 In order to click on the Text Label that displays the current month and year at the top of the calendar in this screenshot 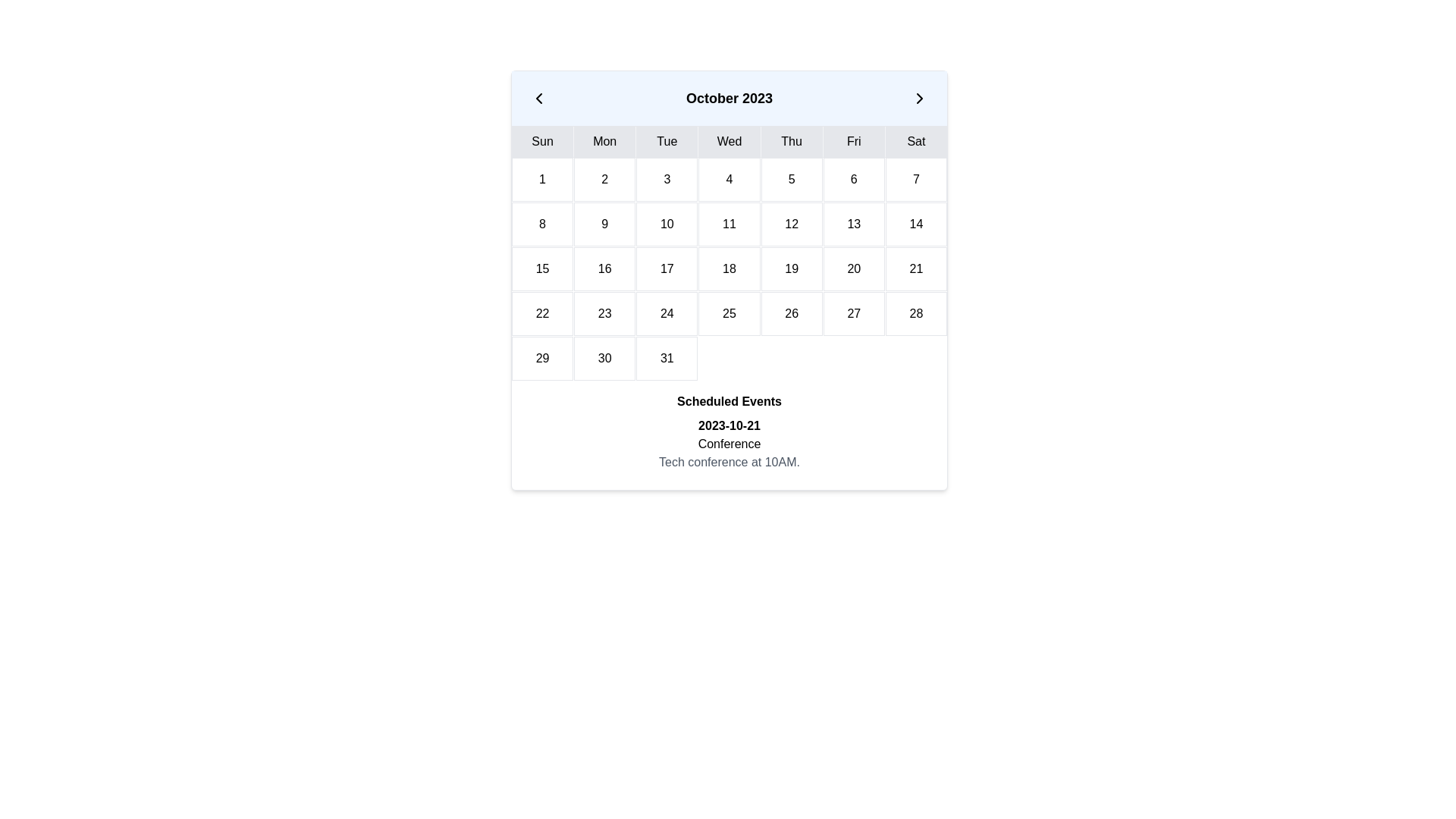, I will do `click(729, 99)`.